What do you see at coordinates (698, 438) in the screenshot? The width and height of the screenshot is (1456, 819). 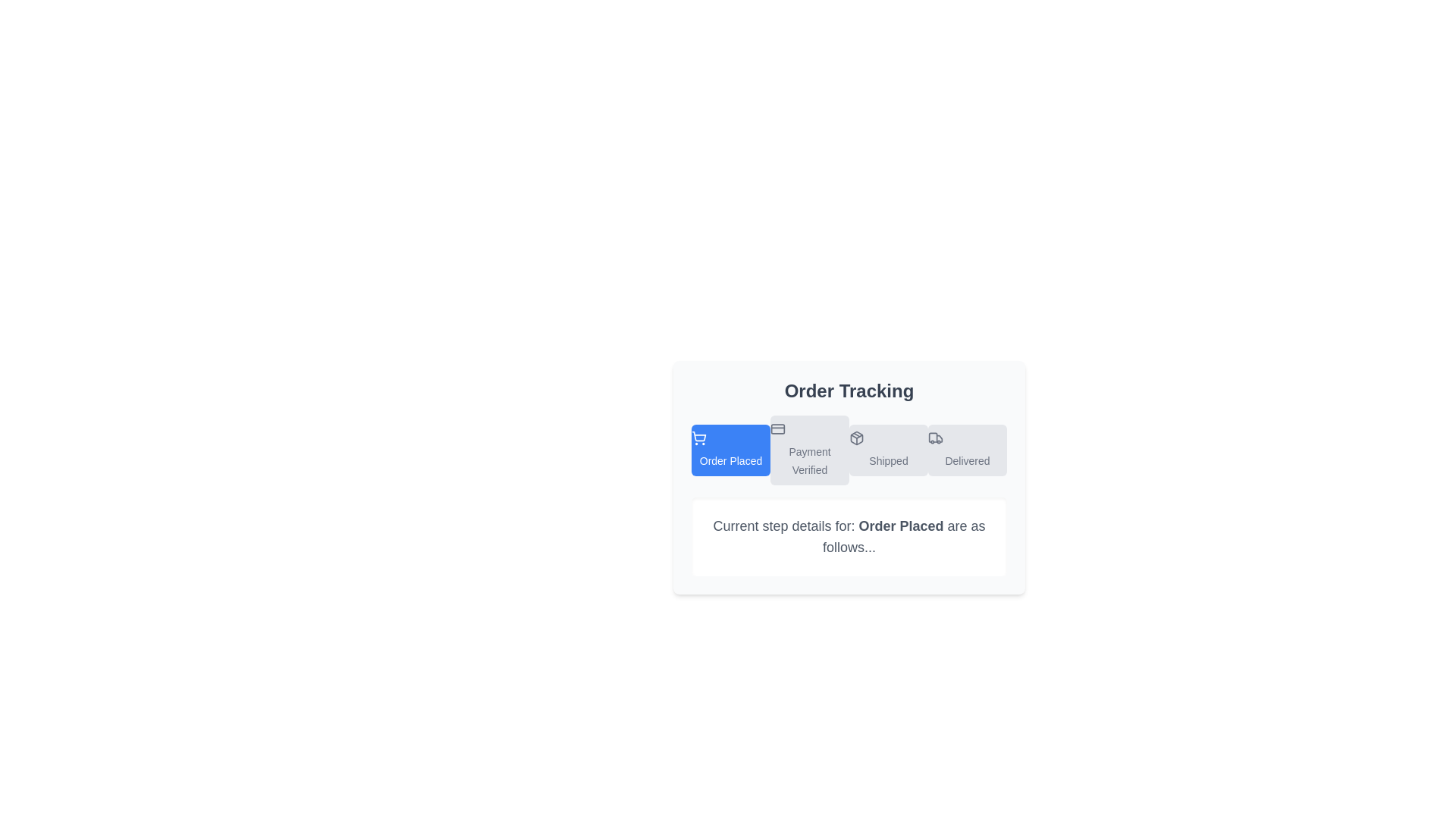 I see `the 'Order Placed' tab icon in the order tracking section` at bounding box center [698, 438].